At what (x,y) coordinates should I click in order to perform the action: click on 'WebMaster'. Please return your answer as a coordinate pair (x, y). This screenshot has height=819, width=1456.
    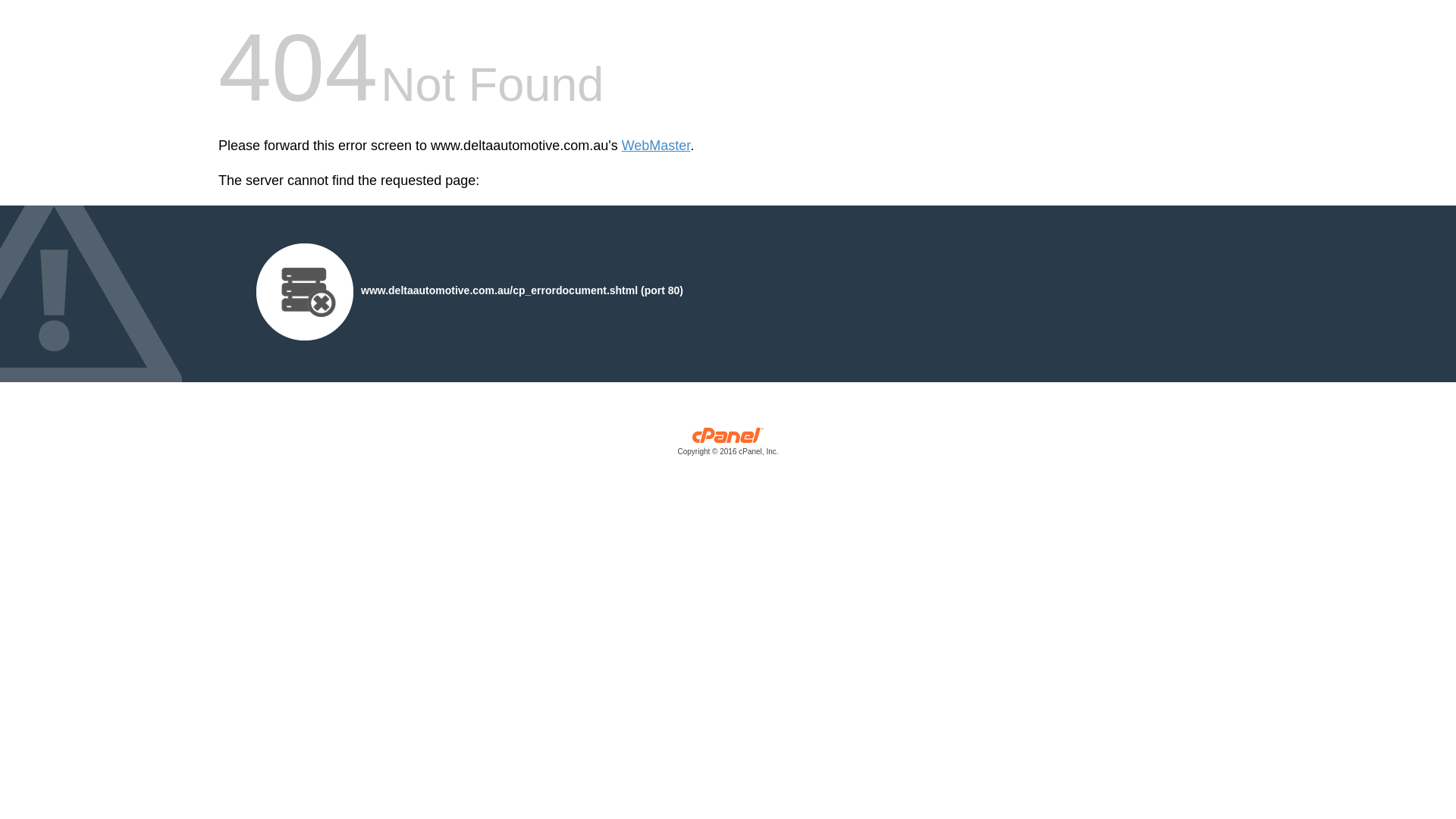
    Looking at the image, I should click on (656, 146).